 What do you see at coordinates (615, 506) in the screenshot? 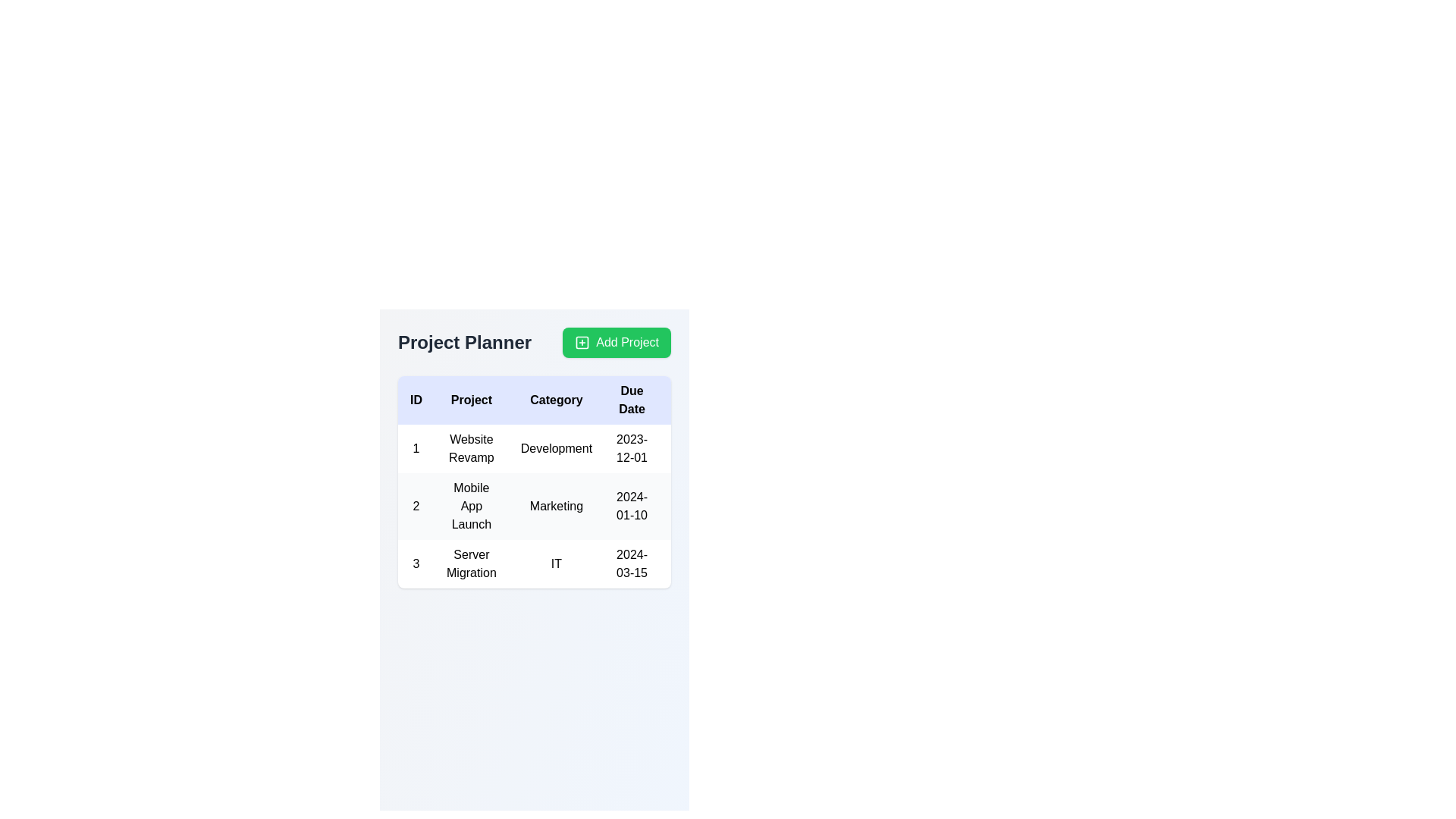
I see `to interact with the second row of the project table displaying ID '2', project name 'Mobile App Launch', category 'Marketing', and due date '2024-01-10'` at bounding box center [615, 506].